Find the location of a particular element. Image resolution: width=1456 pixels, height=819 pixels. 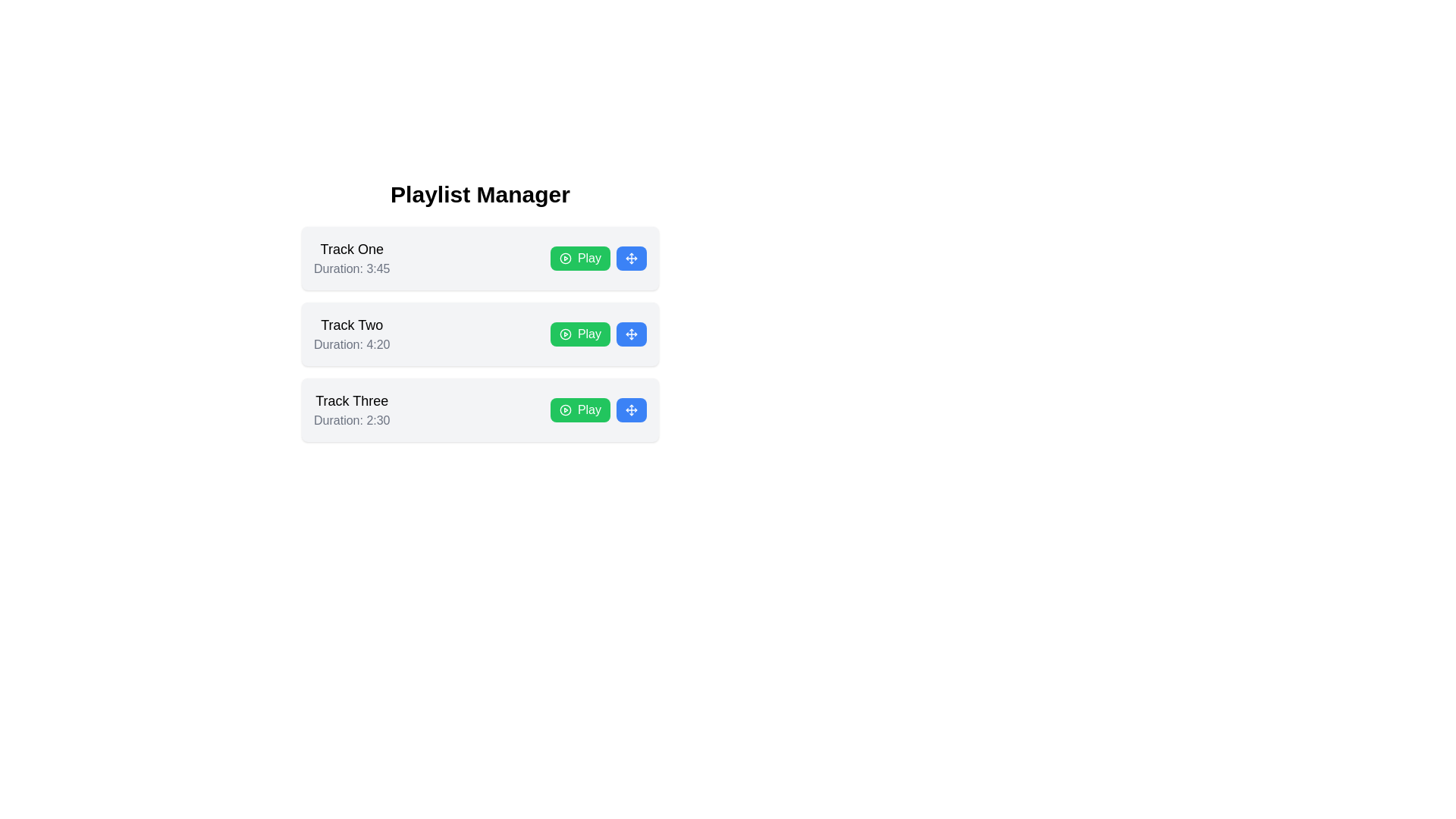

the reorder button located at the top right corner of the first track row in the playlist is located at coordinates (632, 257).